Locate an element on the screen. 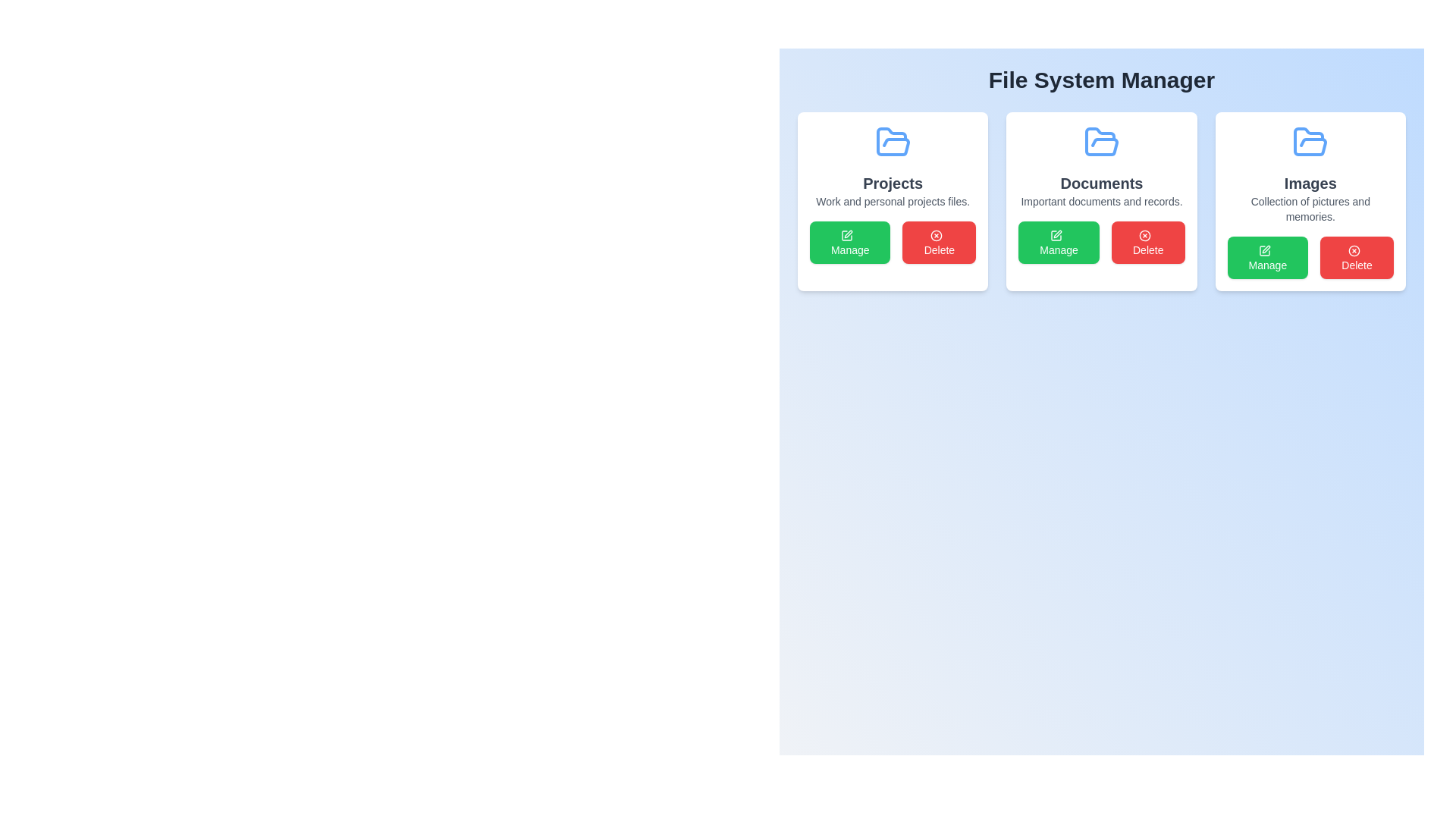  the circular delete icon in the second card labeled 'Projects', located beside the green 'Manage' action button is located at coordinates (935, 236).